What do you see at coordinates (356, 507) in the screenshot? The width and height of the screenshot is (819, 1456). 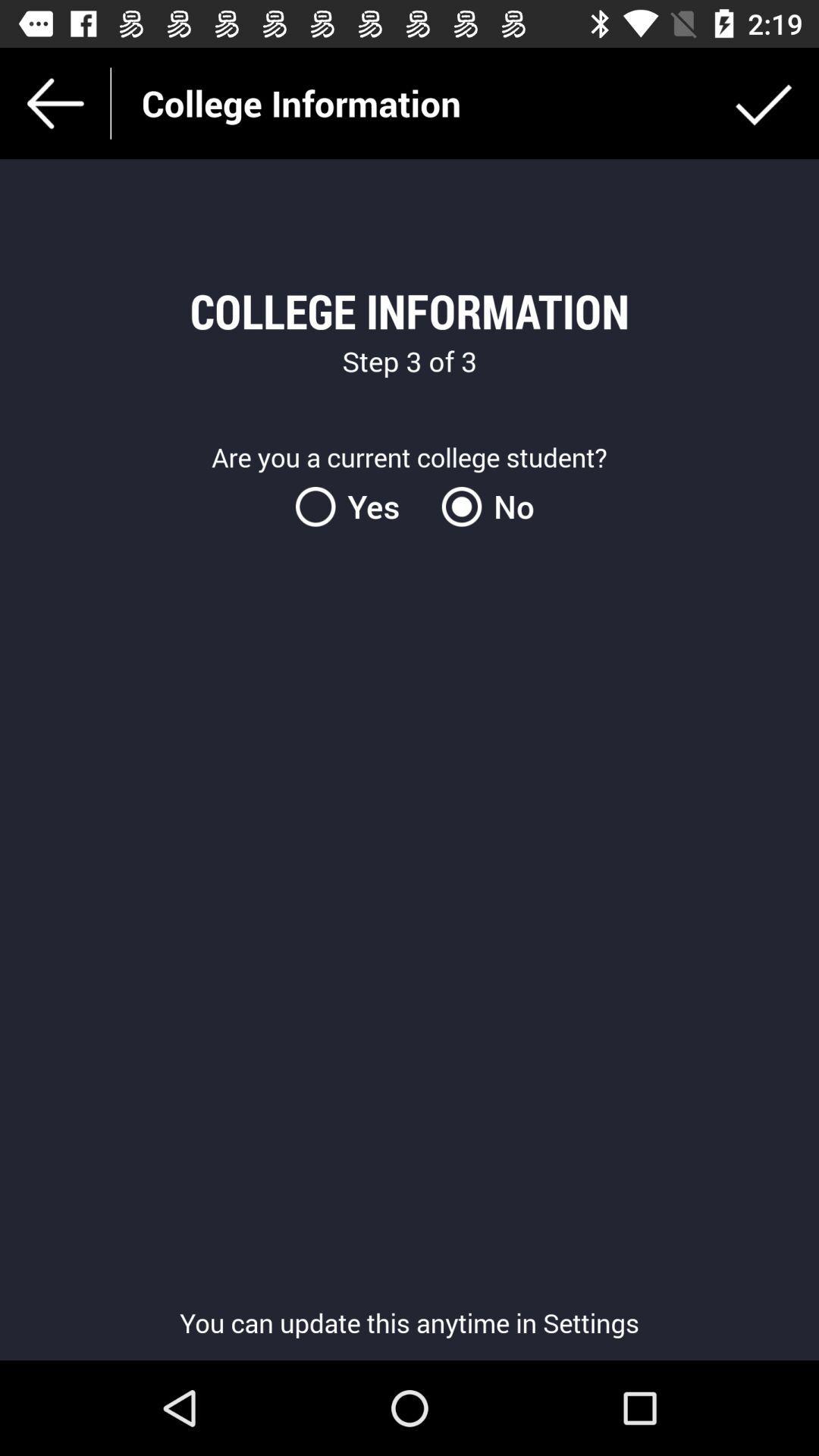 I see `item to the left of the no` at bounding box center [356, 507].